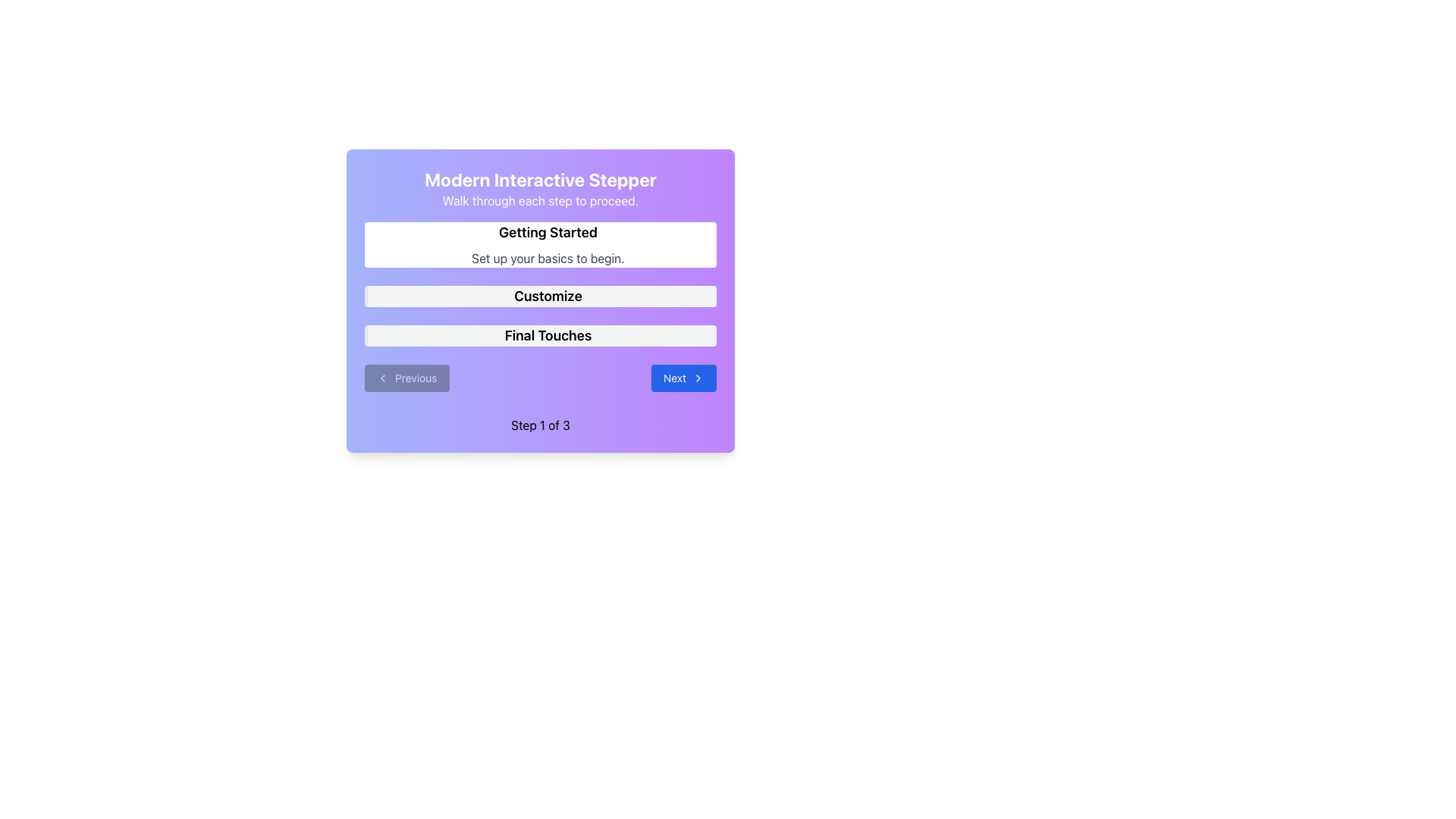 The image size is (1456, 819). Describe the element at coordinates (541, 178) in the screenshot. I see `the label displaying 'Modern Interactive Stepper' in bold and large white font, which is positioned at the top of the card interface` at that location.